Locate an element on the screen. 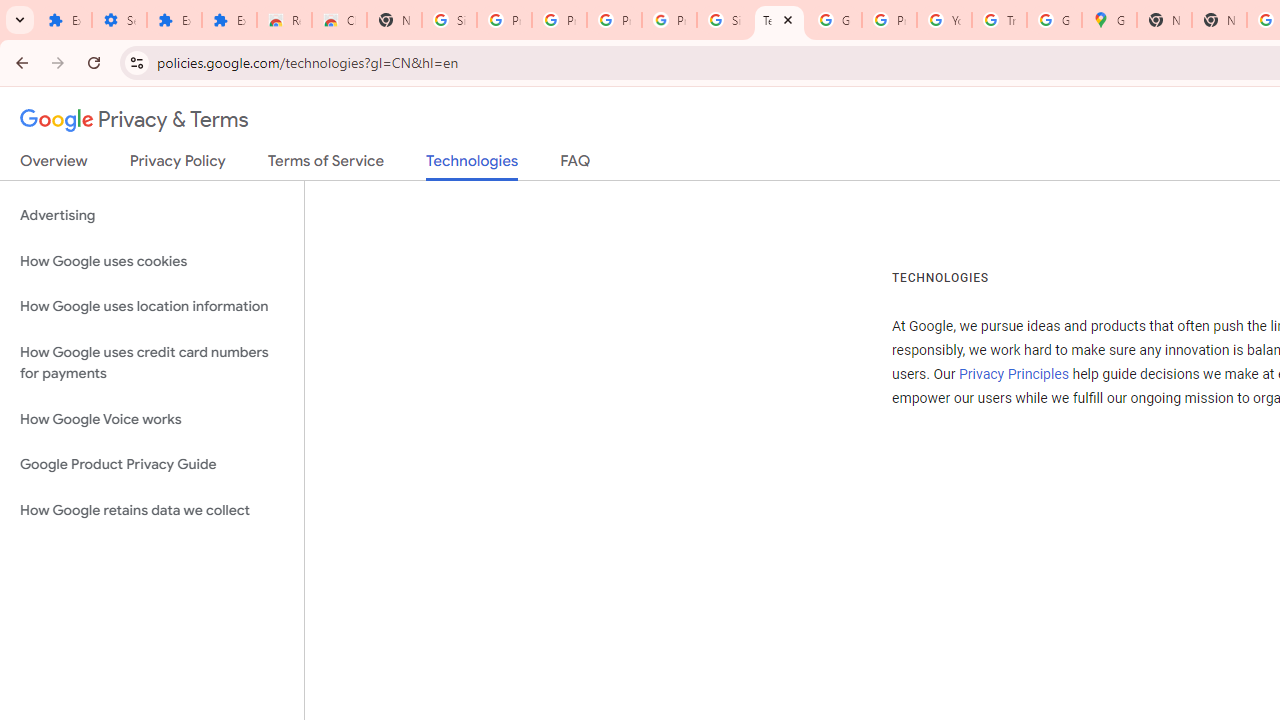 This screenshot has width=1280, height=720. 'How Google uses cookies' is located at coordinates (151, 260).